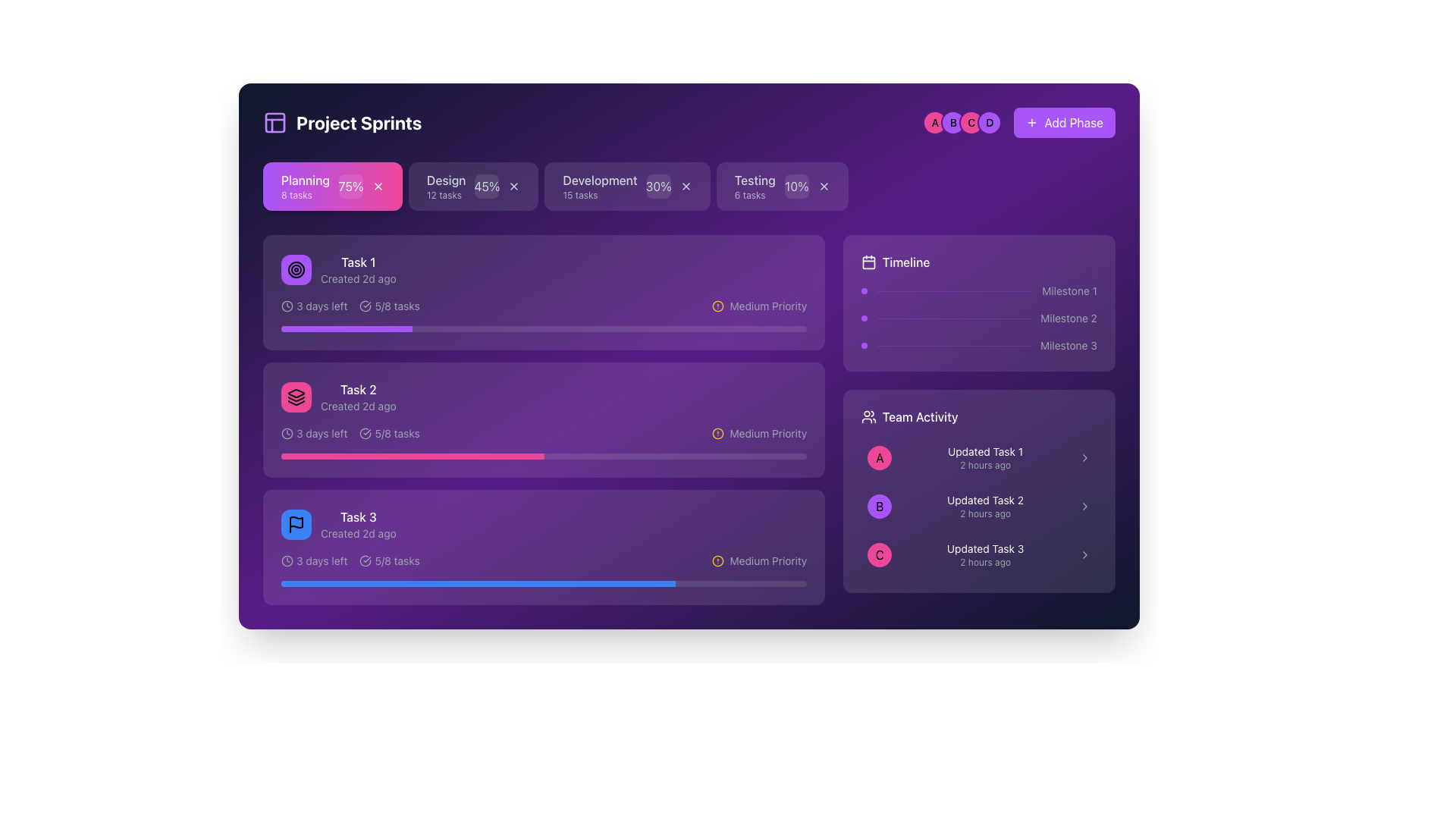  What do you see at coordinates (755, 186) in the screenshot?
I see `information displayed in the Label with a description, which shows 'Testing' and '6 tasks' in the upper-right section of the interface` at bounding box center [755, 186].